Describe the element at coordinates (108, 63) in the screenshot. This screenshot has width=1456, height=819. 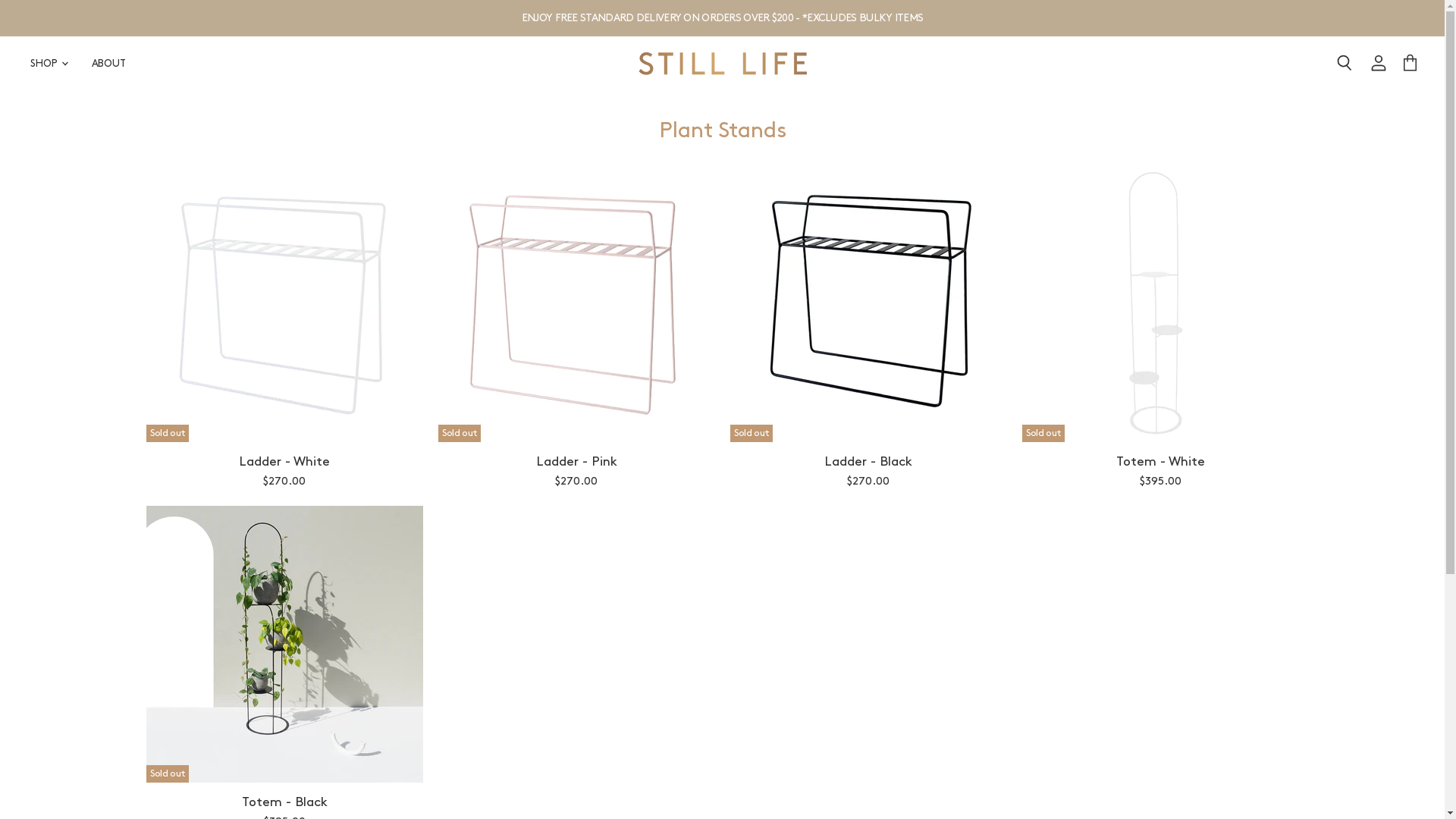
I see `'ABOUT'` at that location.